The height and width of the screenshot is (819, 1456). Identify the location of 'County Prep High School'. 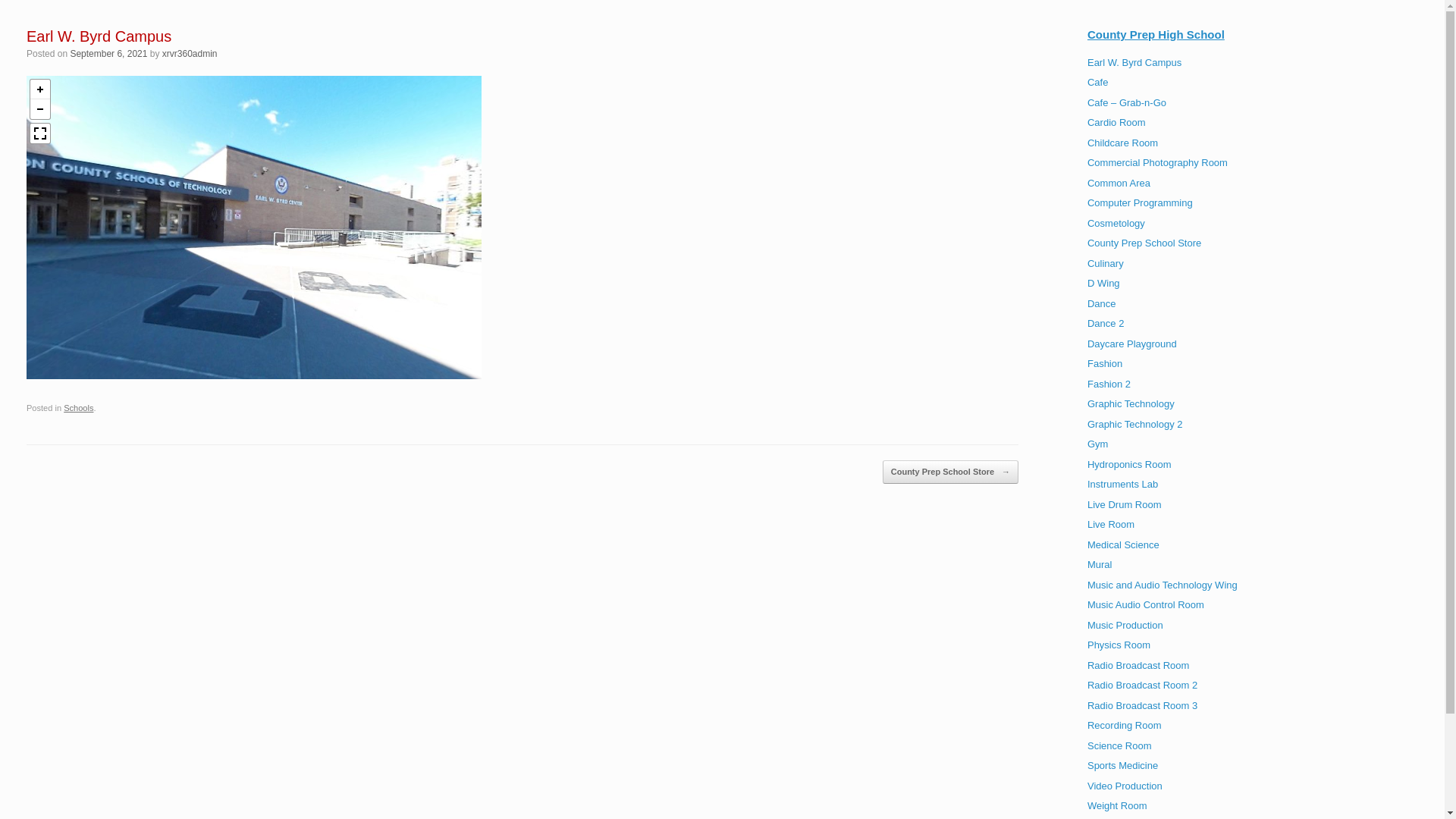
(1087, 34).